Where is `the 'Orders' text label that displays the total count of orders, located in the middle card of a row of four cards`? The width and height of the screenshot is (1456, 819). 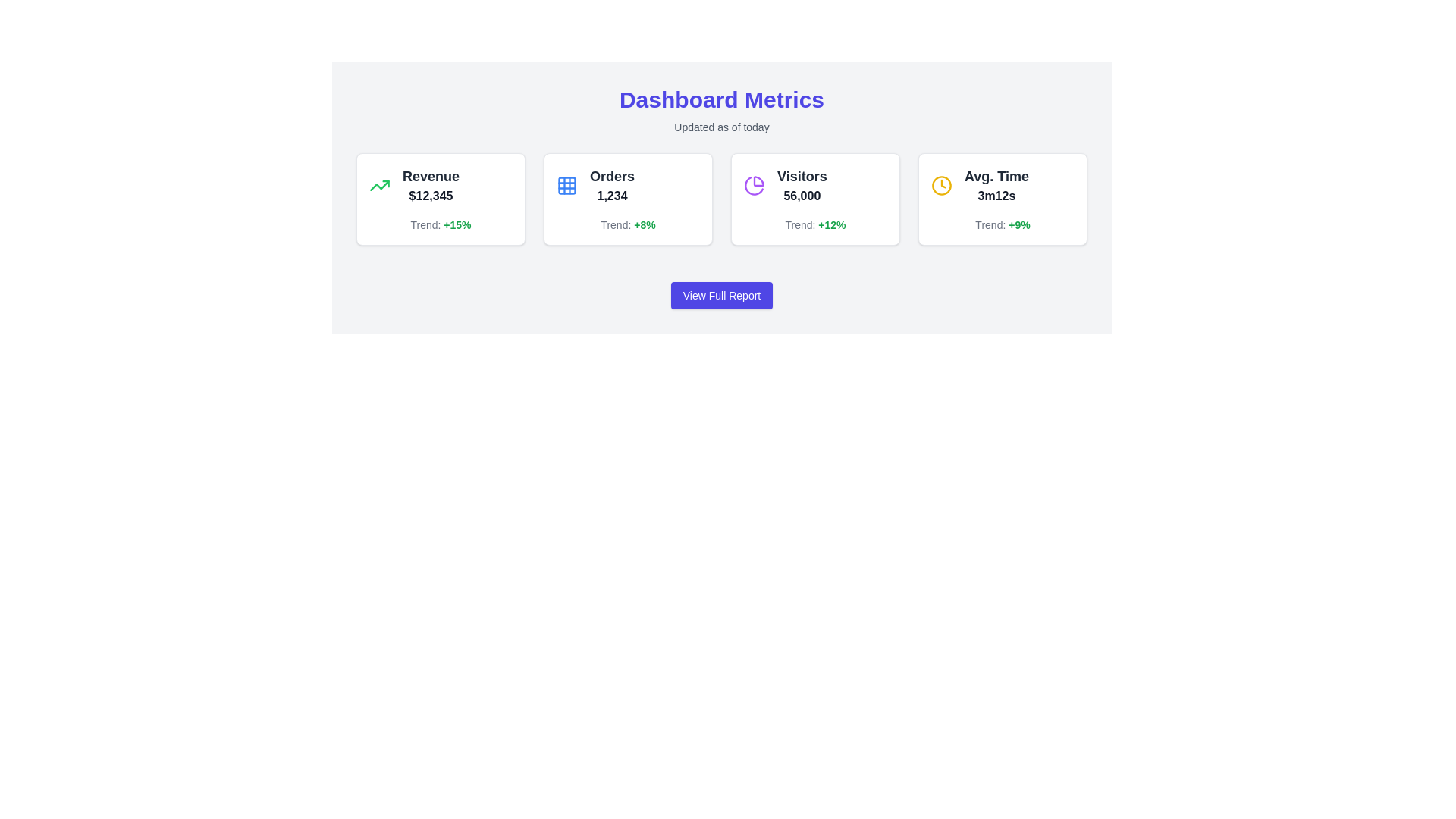
the 'Orders' text label that displays the total count of orders, located in the middle card of a row of four cards is located at coordinates (612, 195).